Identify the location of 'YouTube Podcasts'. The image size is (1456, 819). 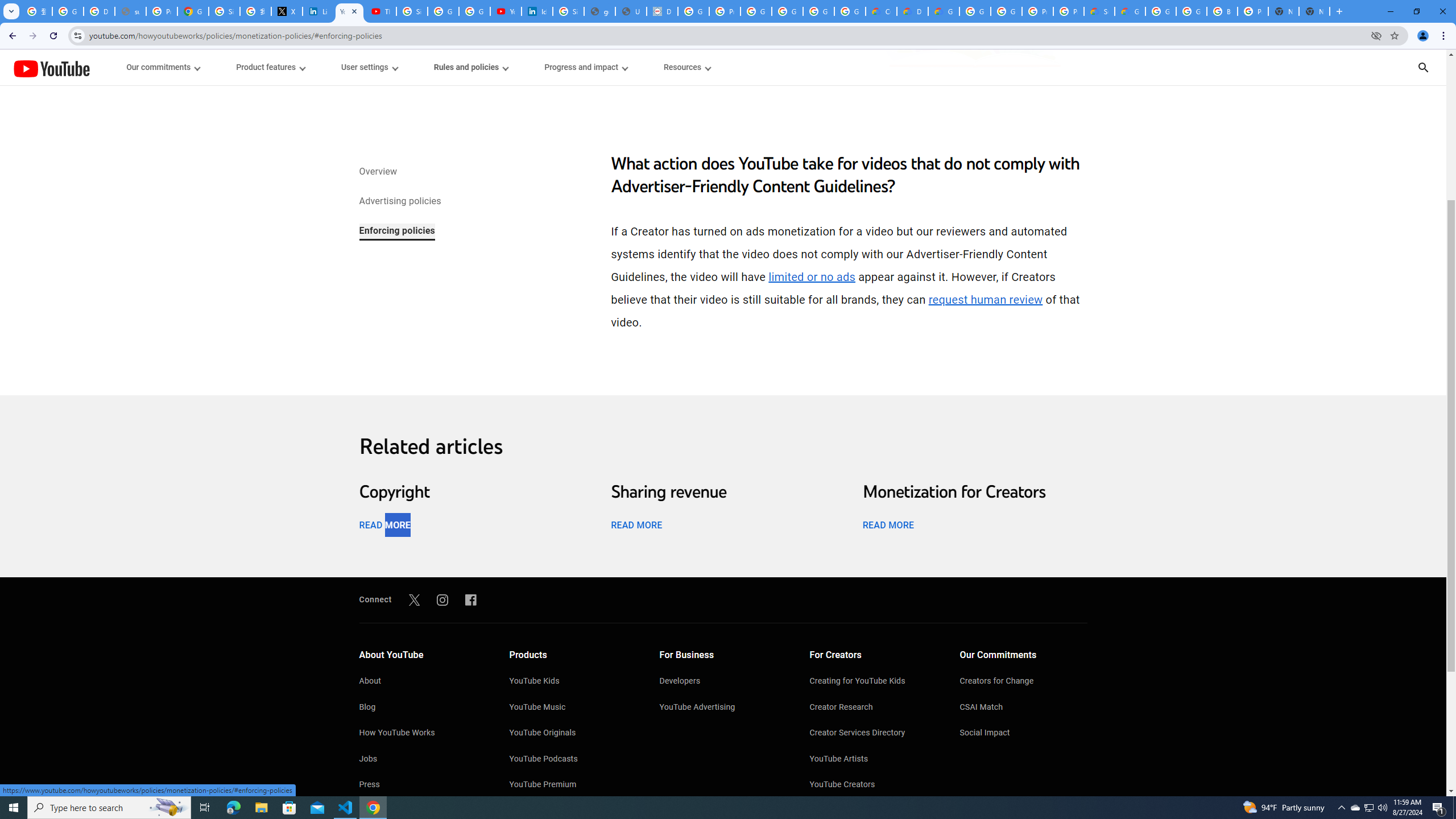
(573, 760).